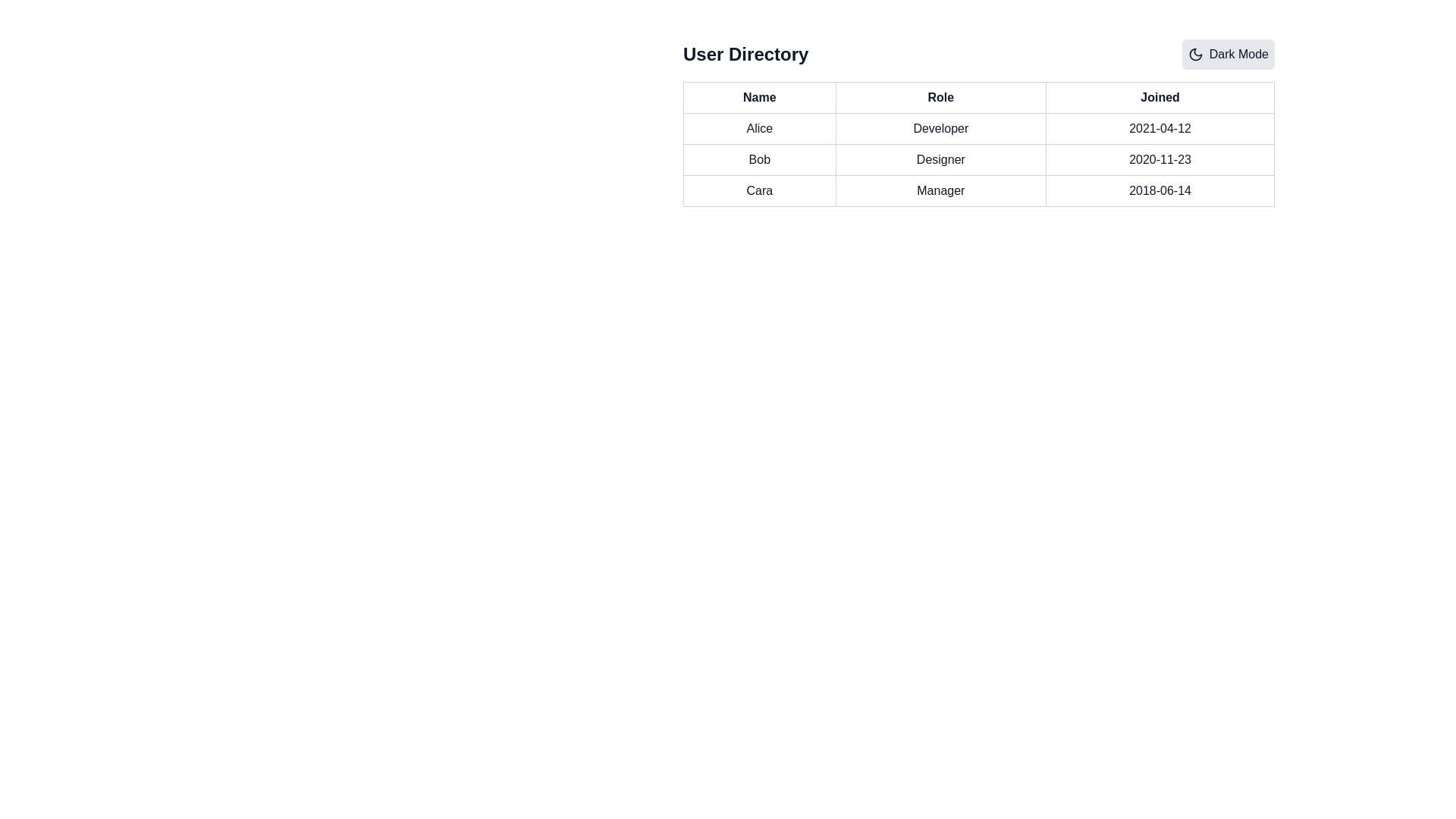 The image size is (1456, 819). What do you see at coordinates (759, 127) in the screenshot?
I see `text label displaying the name 'Alice' in the 'User Directory' table, specifically located in the first row under the 'Name' column` at bounding box center [759, 127].